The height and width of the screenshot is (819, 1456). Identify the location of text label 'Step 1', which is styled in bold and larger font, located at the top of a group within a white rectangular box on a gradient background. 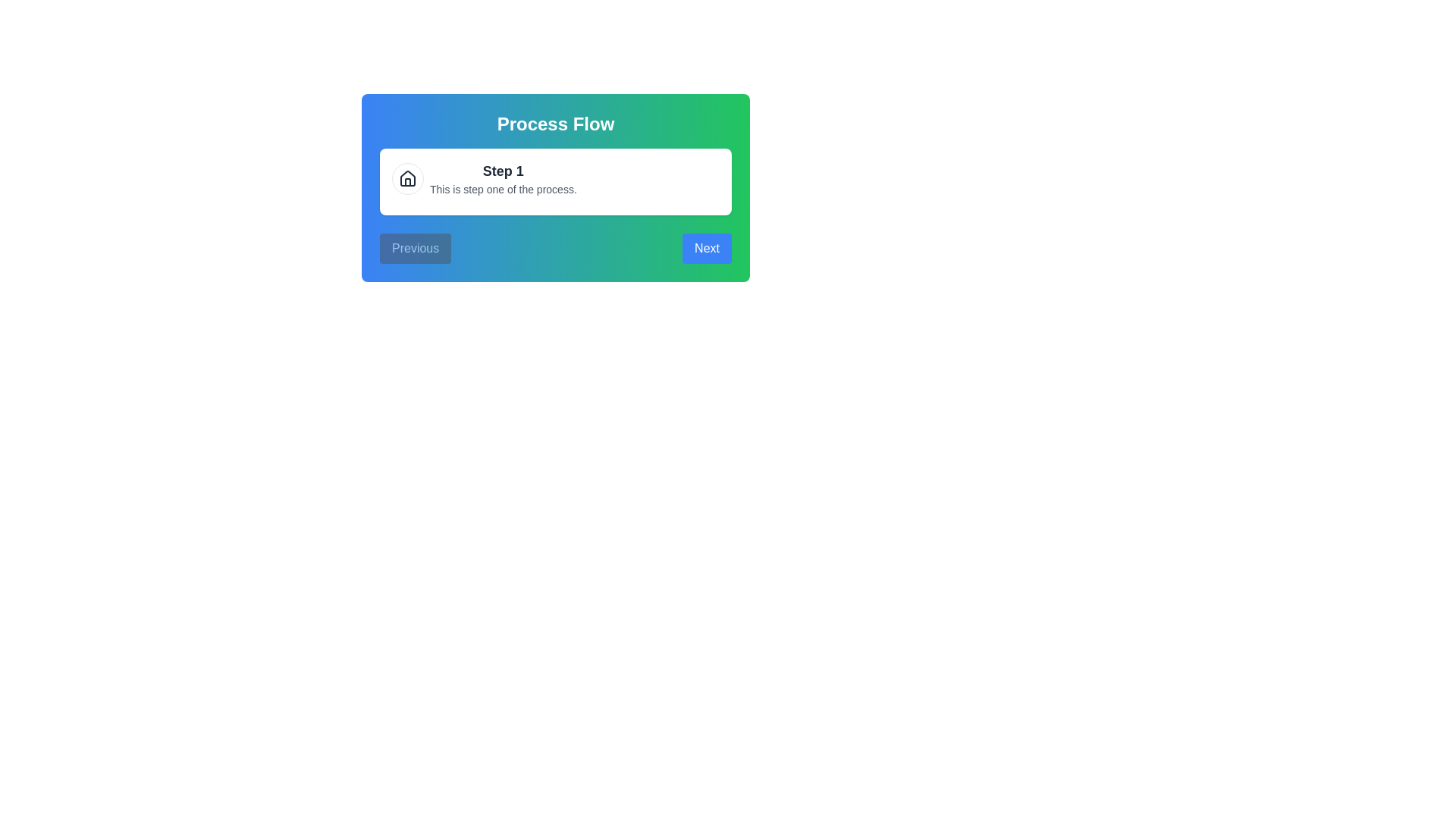
(503, 171).